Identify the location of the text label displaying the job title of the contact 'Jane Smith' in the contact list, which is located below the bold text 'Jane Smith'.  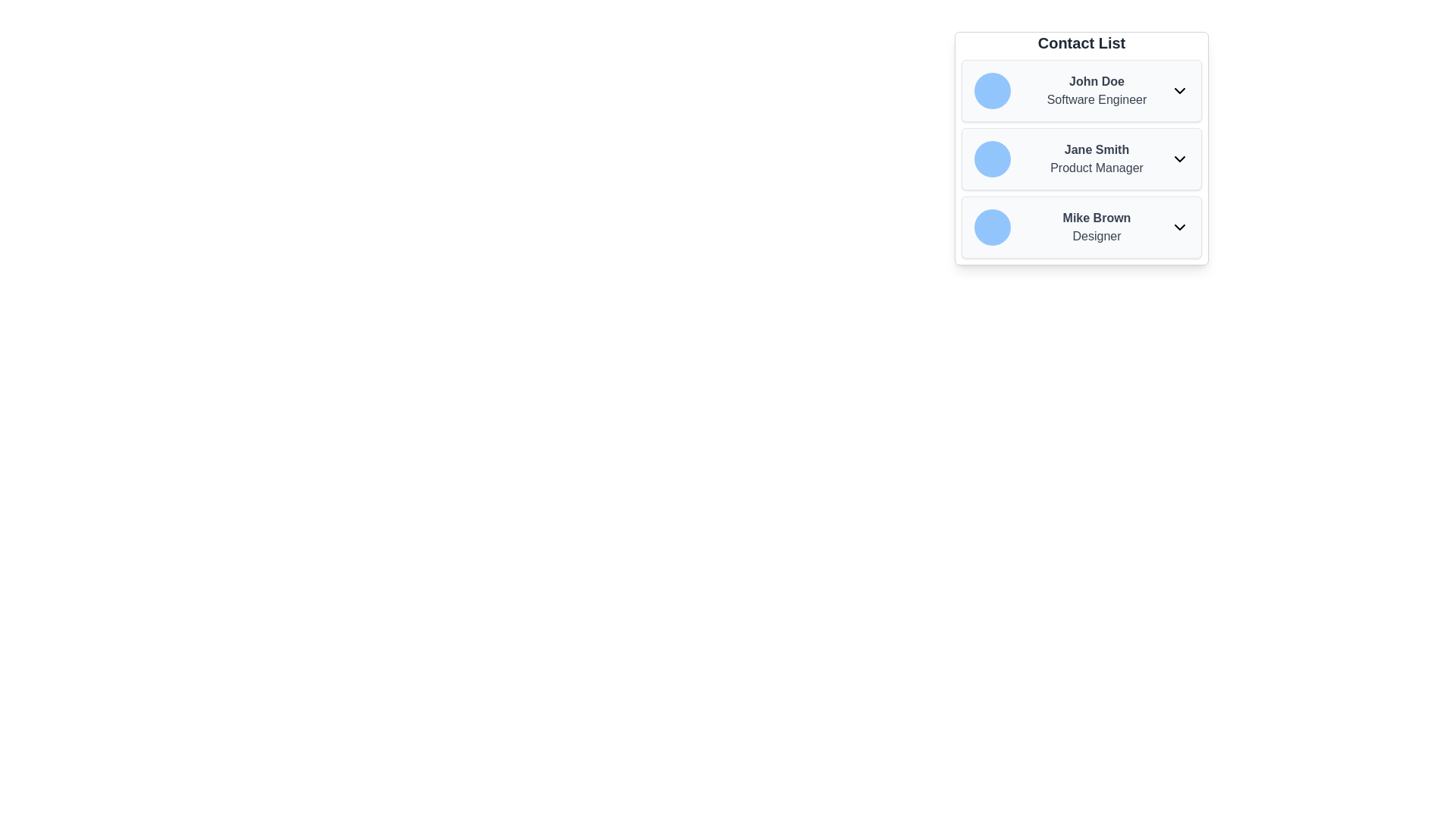
(1097, 168).